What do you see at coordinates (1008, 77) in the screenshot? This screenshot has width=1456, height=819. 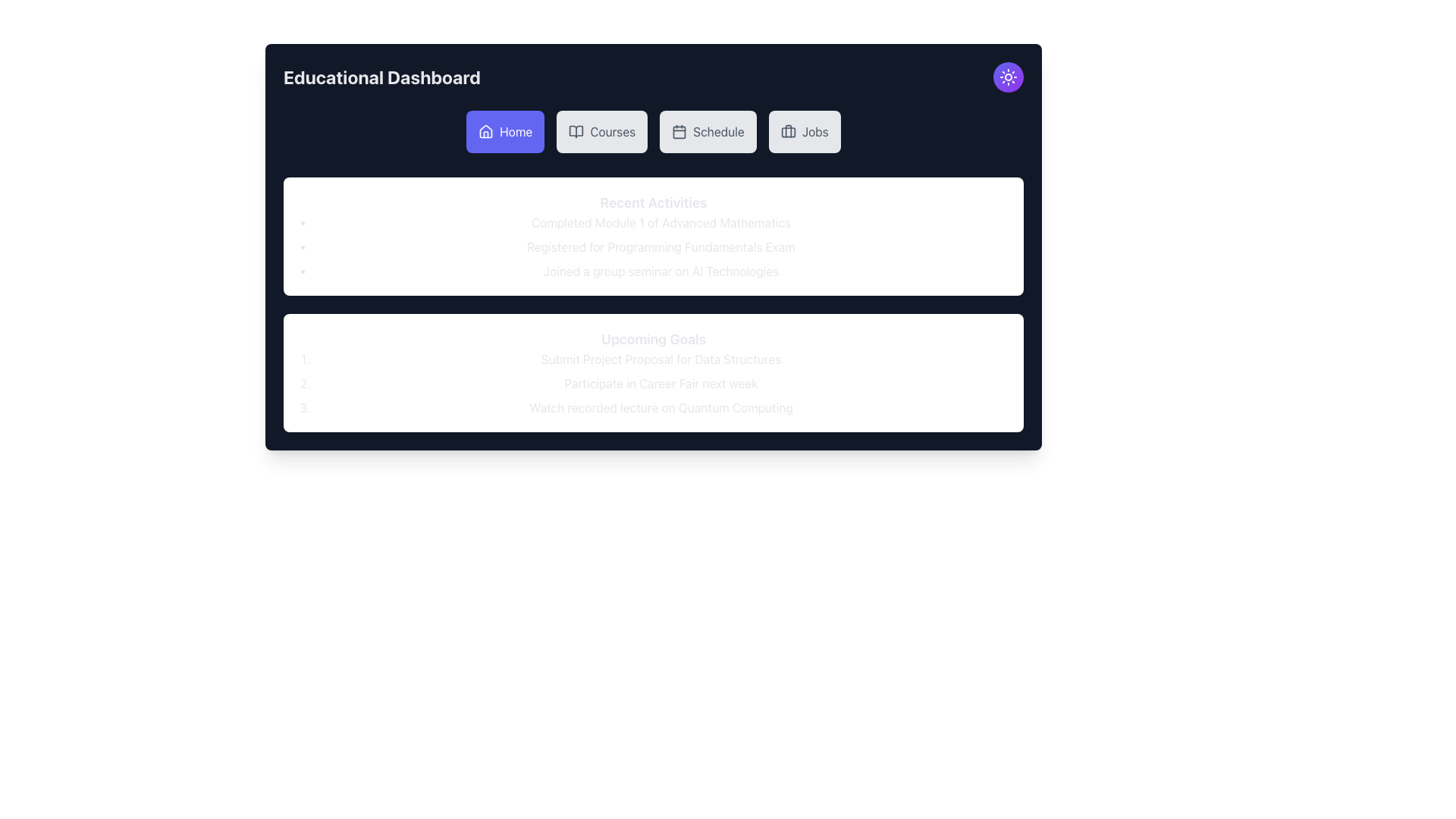 I see `the circular button with a sun icon located on the right end of the interface header, next to the 'Educational Dashboard' title` at bounding box center [1008, 77].